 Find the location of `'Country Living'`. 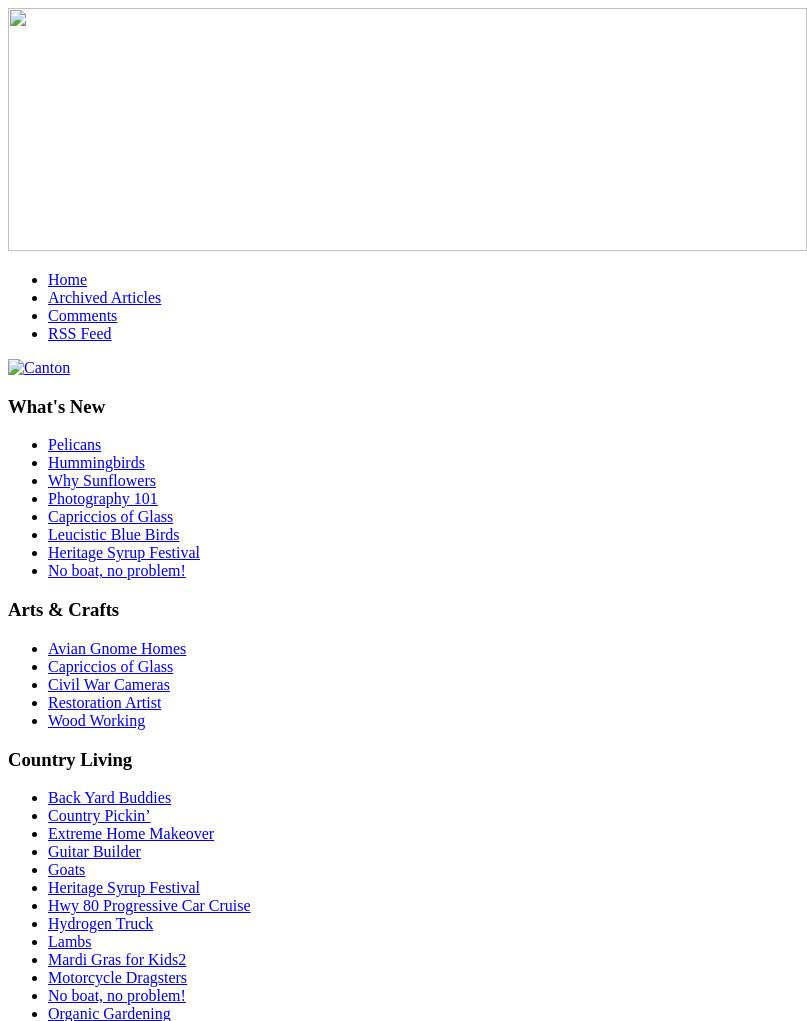

'Country Living' is located at coordinates (69, 758).